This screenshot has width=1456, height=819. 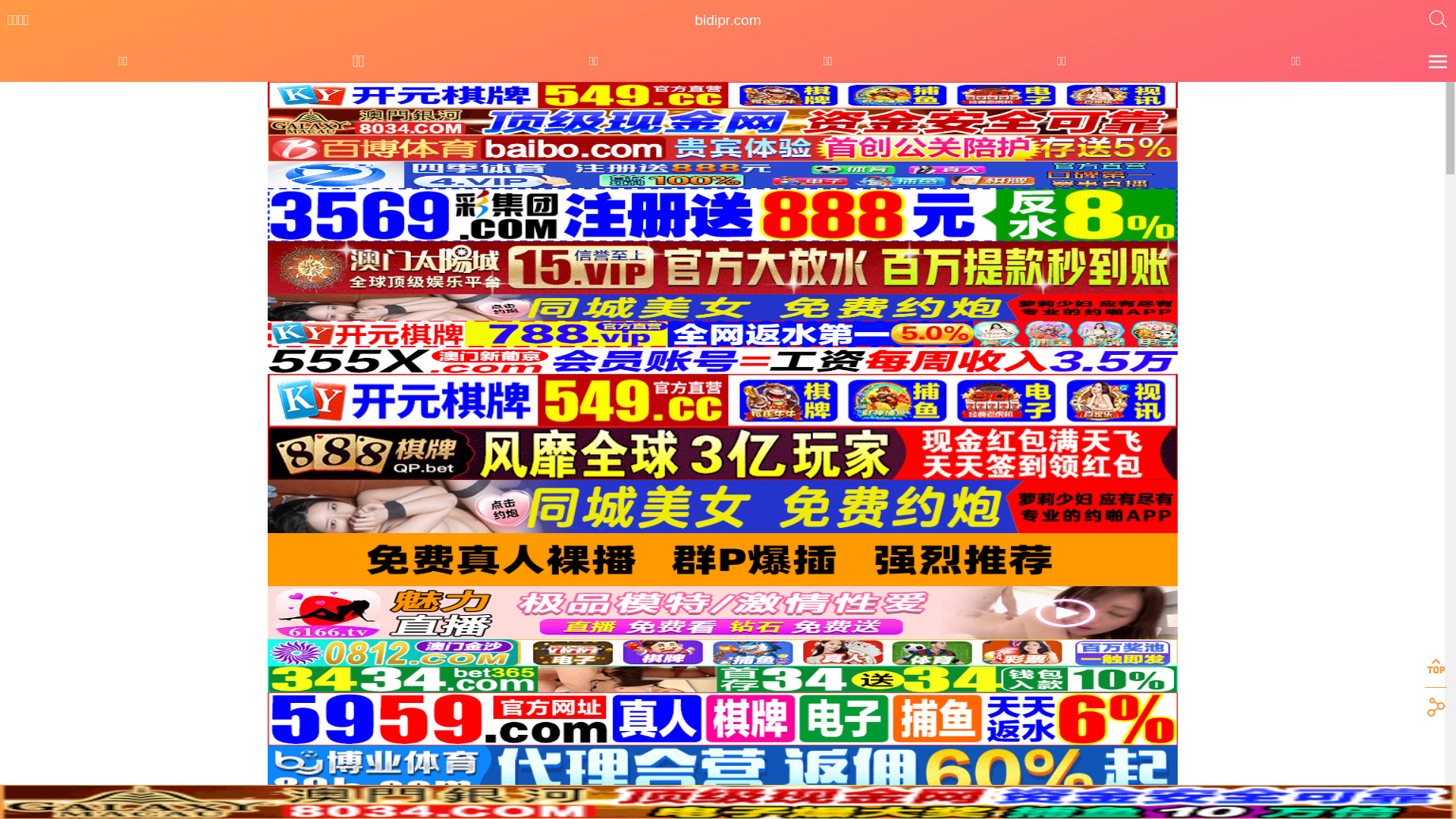 I want to click on 'bidipr.com', so click(x=726, y=20).